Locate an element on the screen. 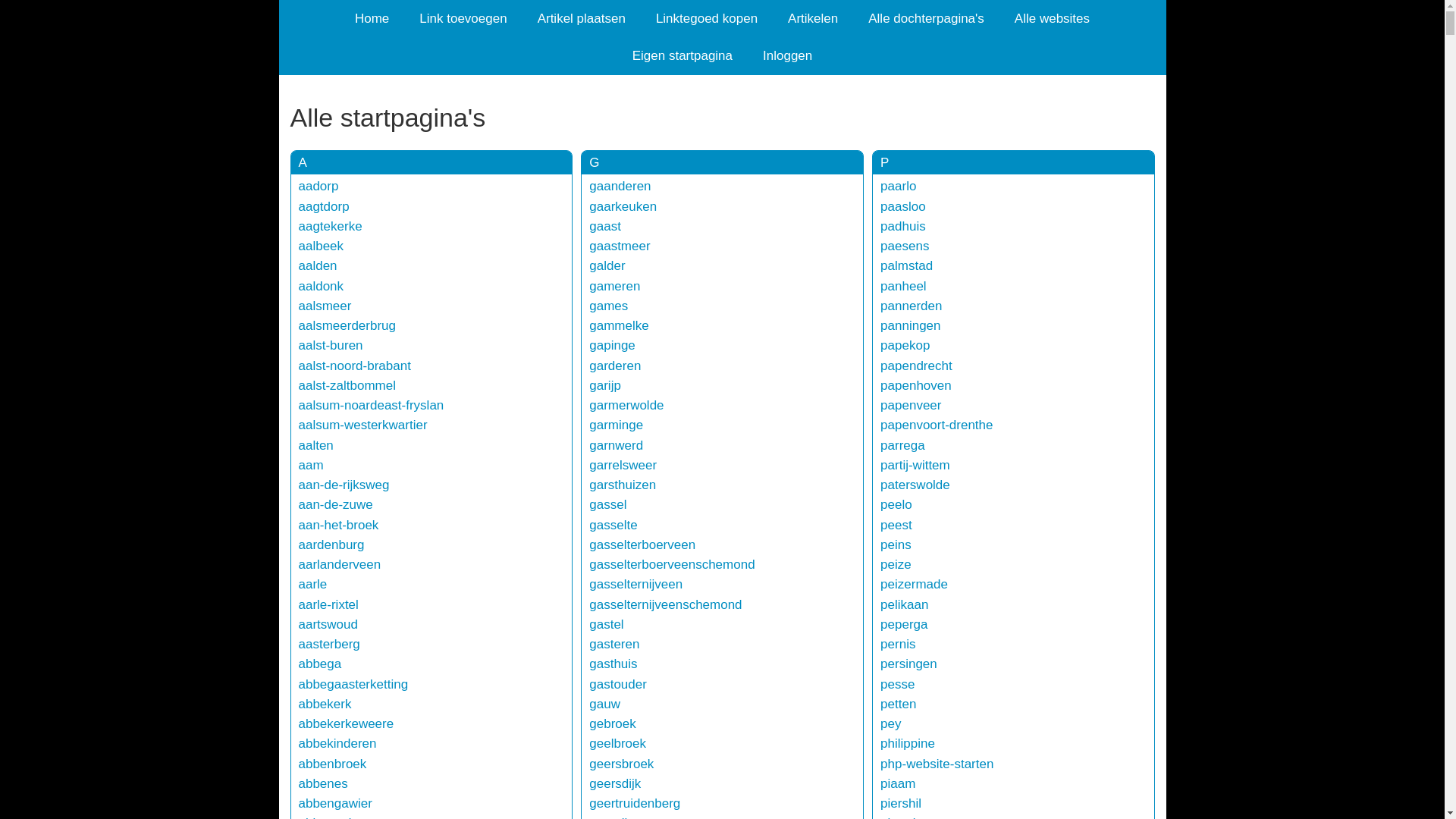  'aarle' is located at coordinates (312, 583).